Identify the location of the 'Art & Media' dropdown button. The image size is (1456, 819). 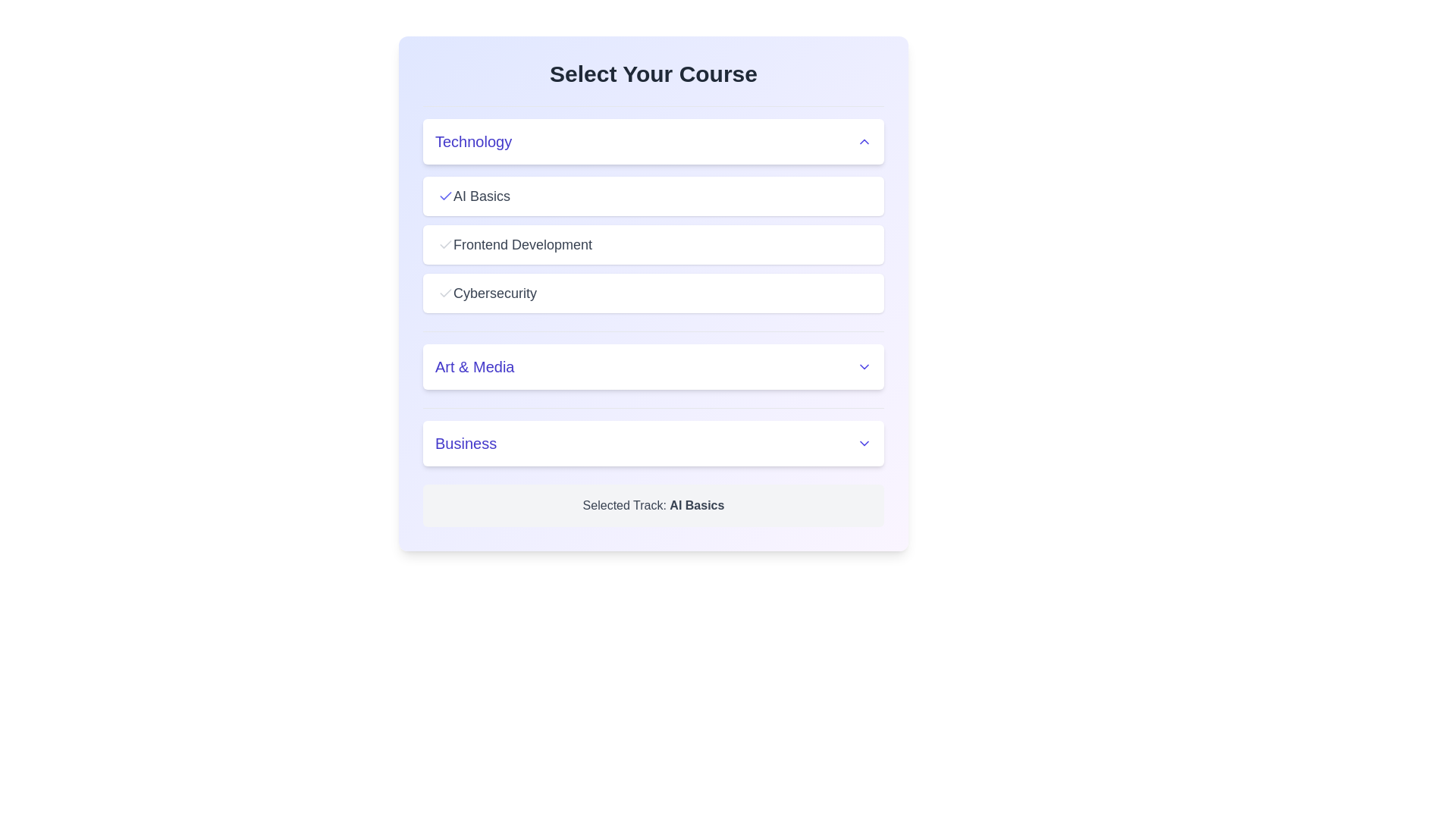
(654, 359).